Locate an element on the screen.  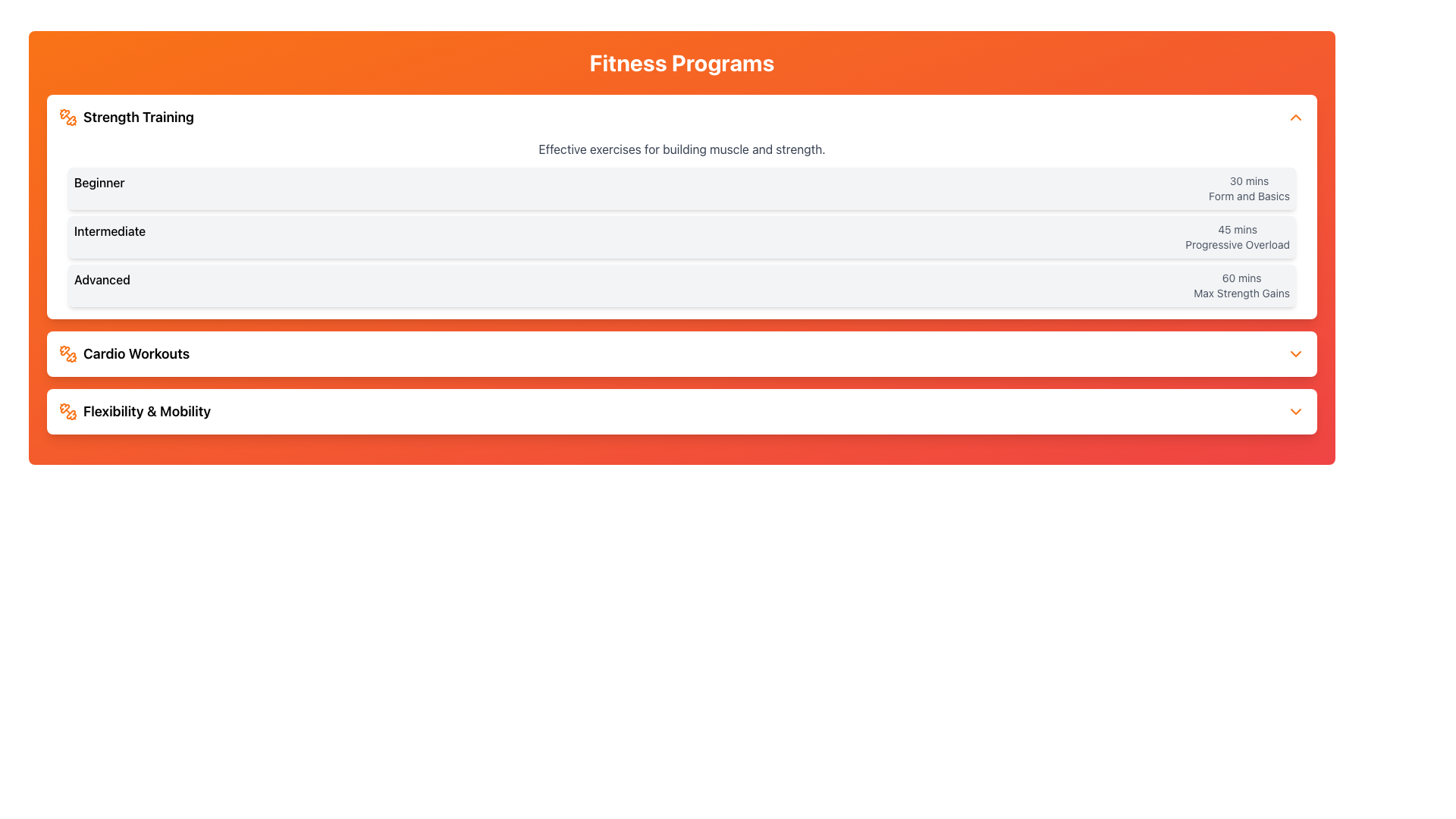
the static text label indicating a duration of '30 minutes', located in the 'Strength Training' section, to the right of 'Form and Basics' is located at coordinates (1249, 180).